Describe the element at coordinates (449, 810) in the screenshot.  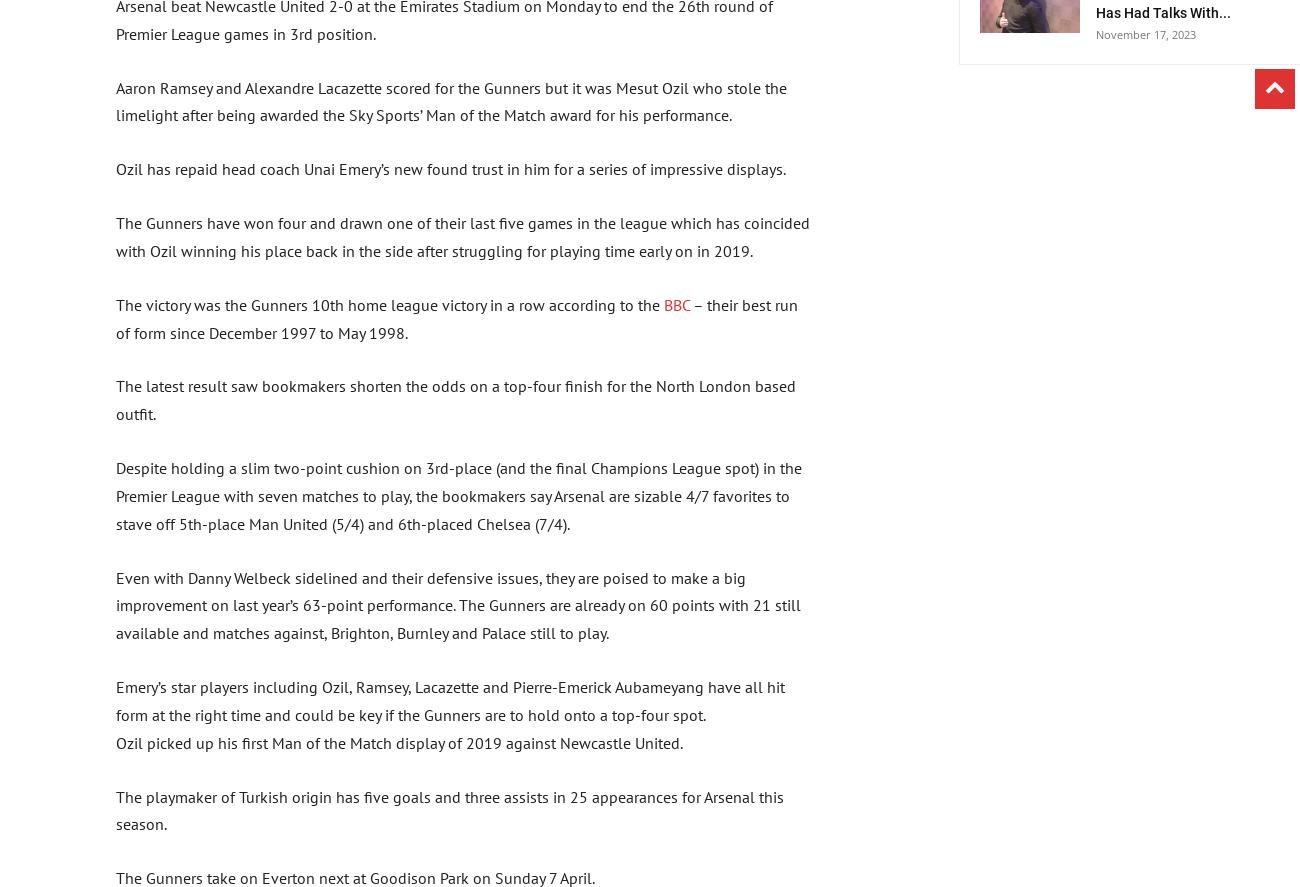
I see `'The playmaker of Turkish origin has five goals and three assists in 25 appearances for Arsenal this season.'` at that location.